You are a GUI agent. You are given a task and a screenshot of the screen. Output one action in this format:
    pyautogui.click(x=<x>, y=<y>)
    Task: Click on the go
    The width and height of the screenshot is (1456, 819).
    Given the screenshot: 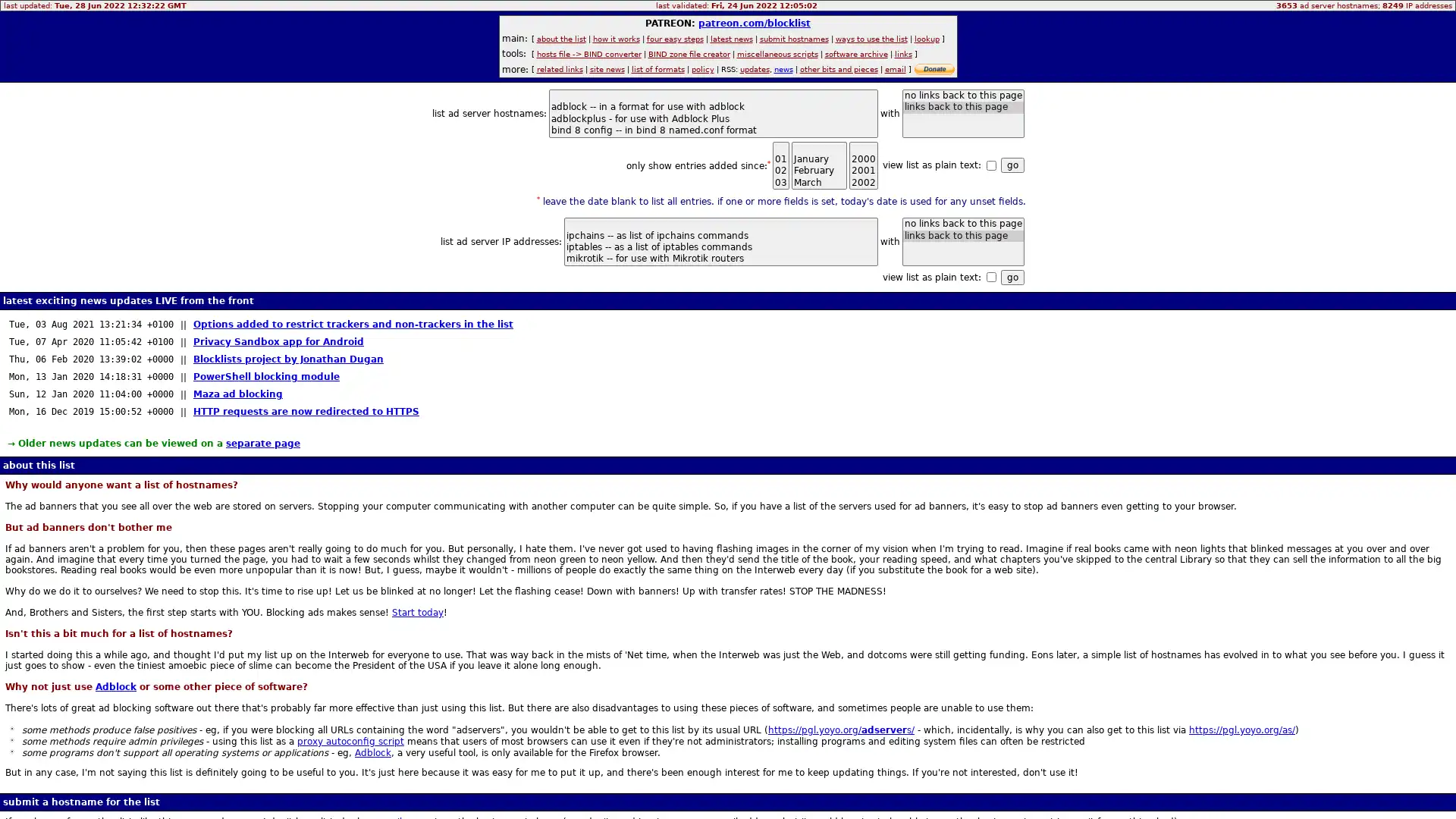 What is the action you would take?
    pyautogui.click(x=1012, y=165)
    